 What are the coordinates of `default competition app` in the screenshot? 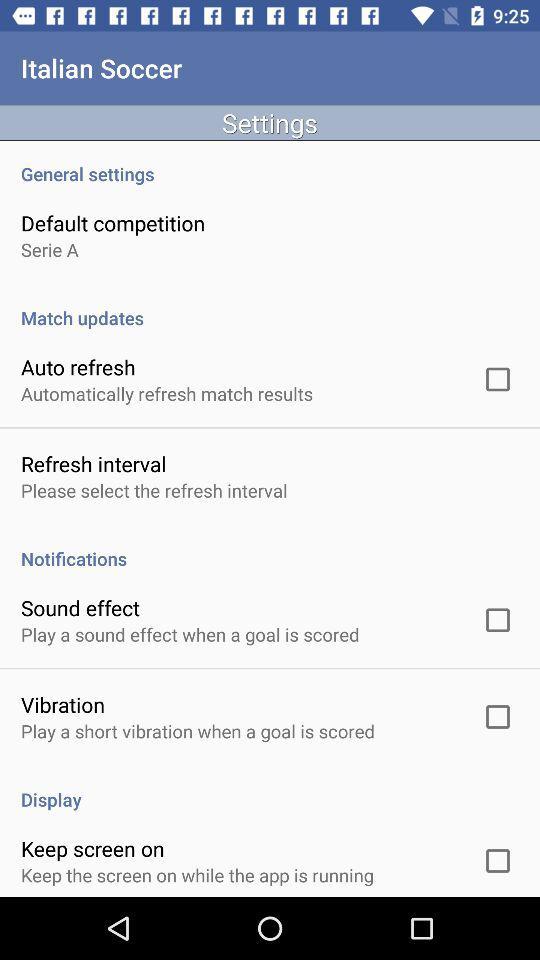 It's located at (113, 223).